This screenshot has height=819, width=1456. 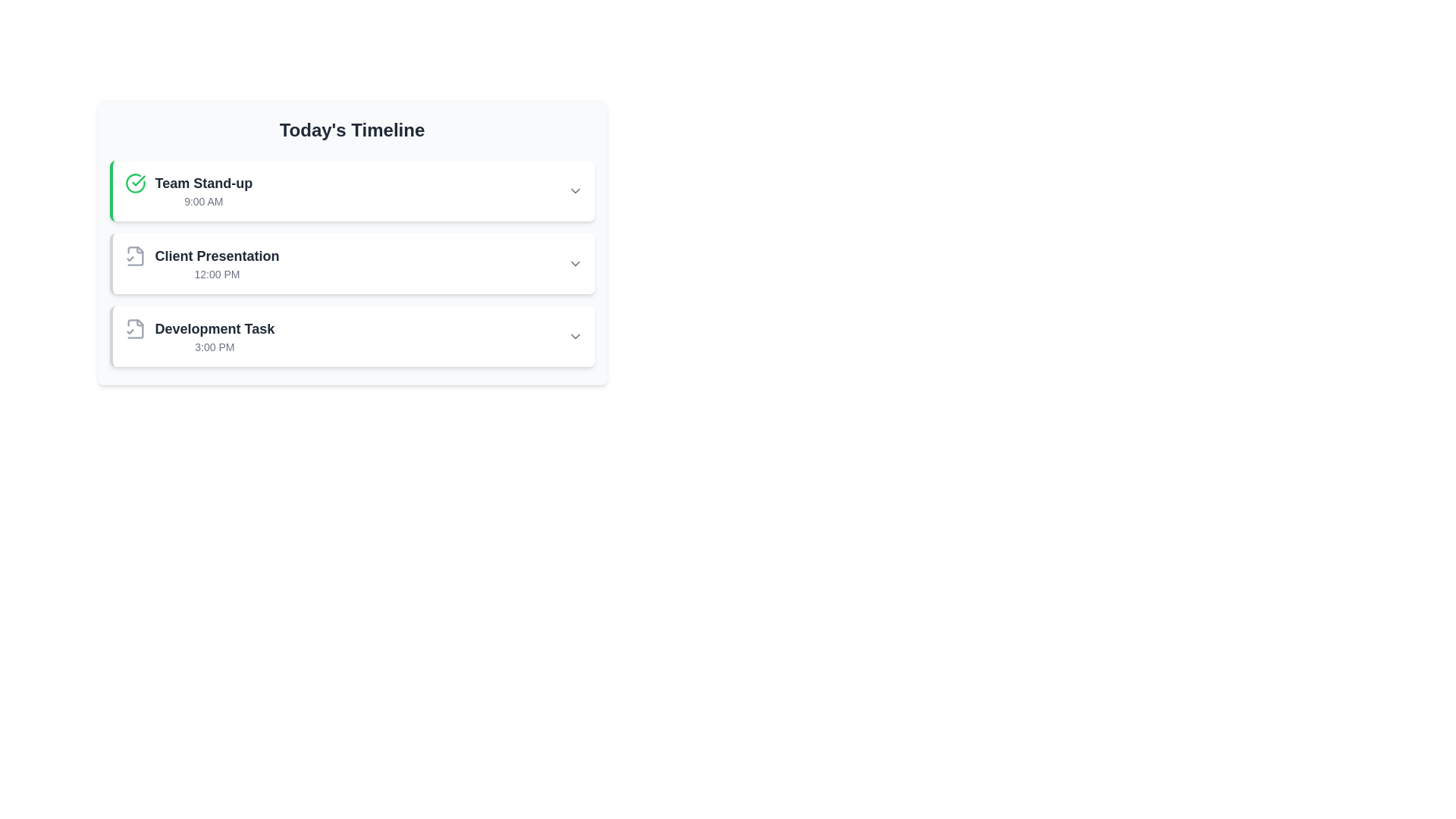 I want to click on the 'Team Stand-up' event text in the list item, which features a green circle with a checkmark icon on the left and the time '9:00 AM' on the right, so click(x=187, y=190).